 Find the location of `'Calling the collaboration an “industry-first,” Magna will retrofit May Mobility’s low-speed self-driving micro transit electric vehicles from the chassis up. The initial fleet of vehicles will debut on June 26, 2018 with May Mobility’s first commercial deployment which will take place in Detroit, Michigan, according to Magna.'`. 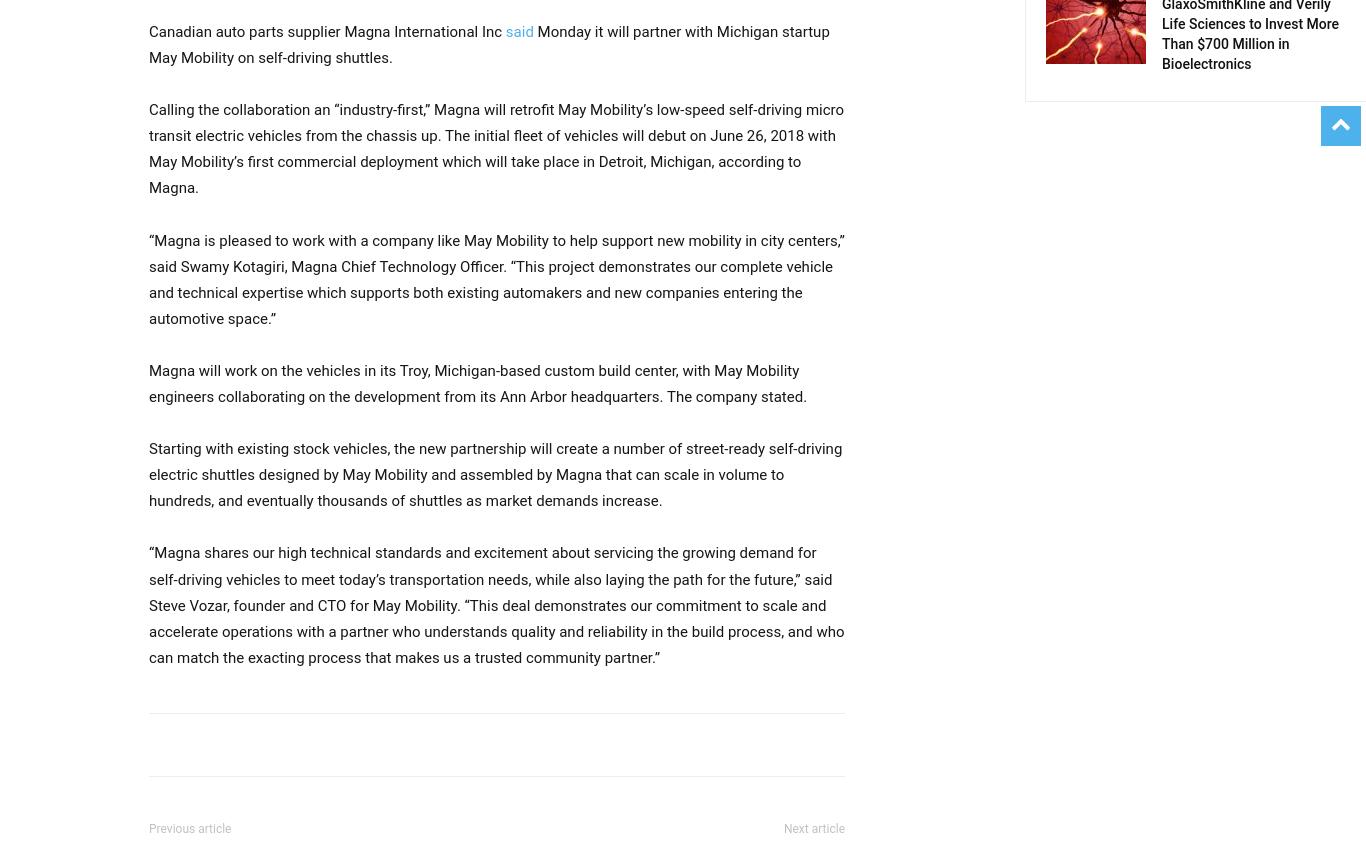

'Calling the collaboration an “industry-first,” Magna will retrofit May Mobility’s low-speed self-driving micro transit electric vehicles from the chassis up. The initial fleet of vehicles will debut on June 26, 2018 with May Mobility’s first commercial deployment which will take place in Detroit, Michigan, according to Magna.' is located at coordinates (496, 149).